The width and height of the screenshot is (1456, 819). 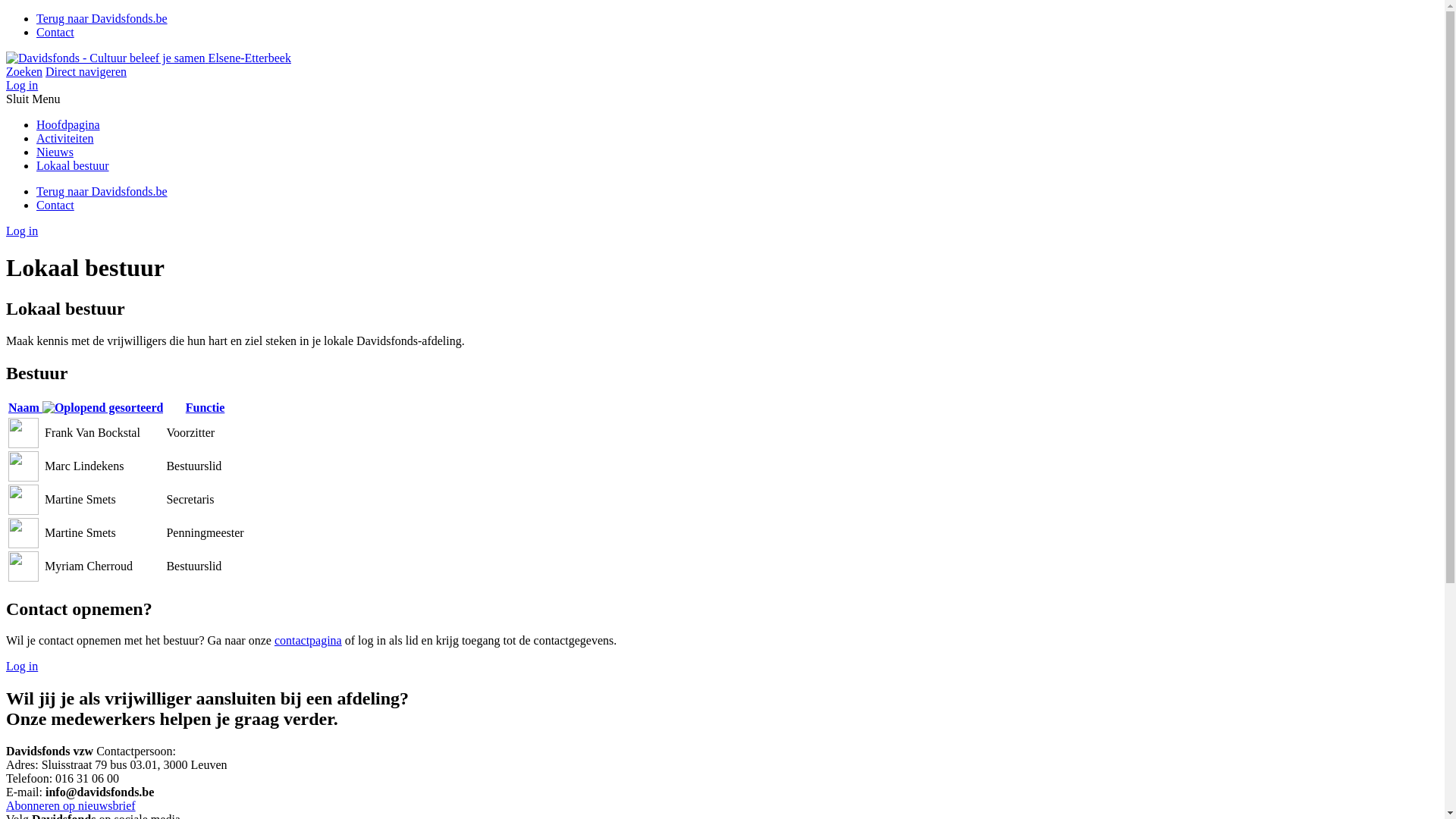 What do you see at coordinates (64, 138) in the screenshot?
I see `'Activiteiten'` at bounding box center [64, 138].